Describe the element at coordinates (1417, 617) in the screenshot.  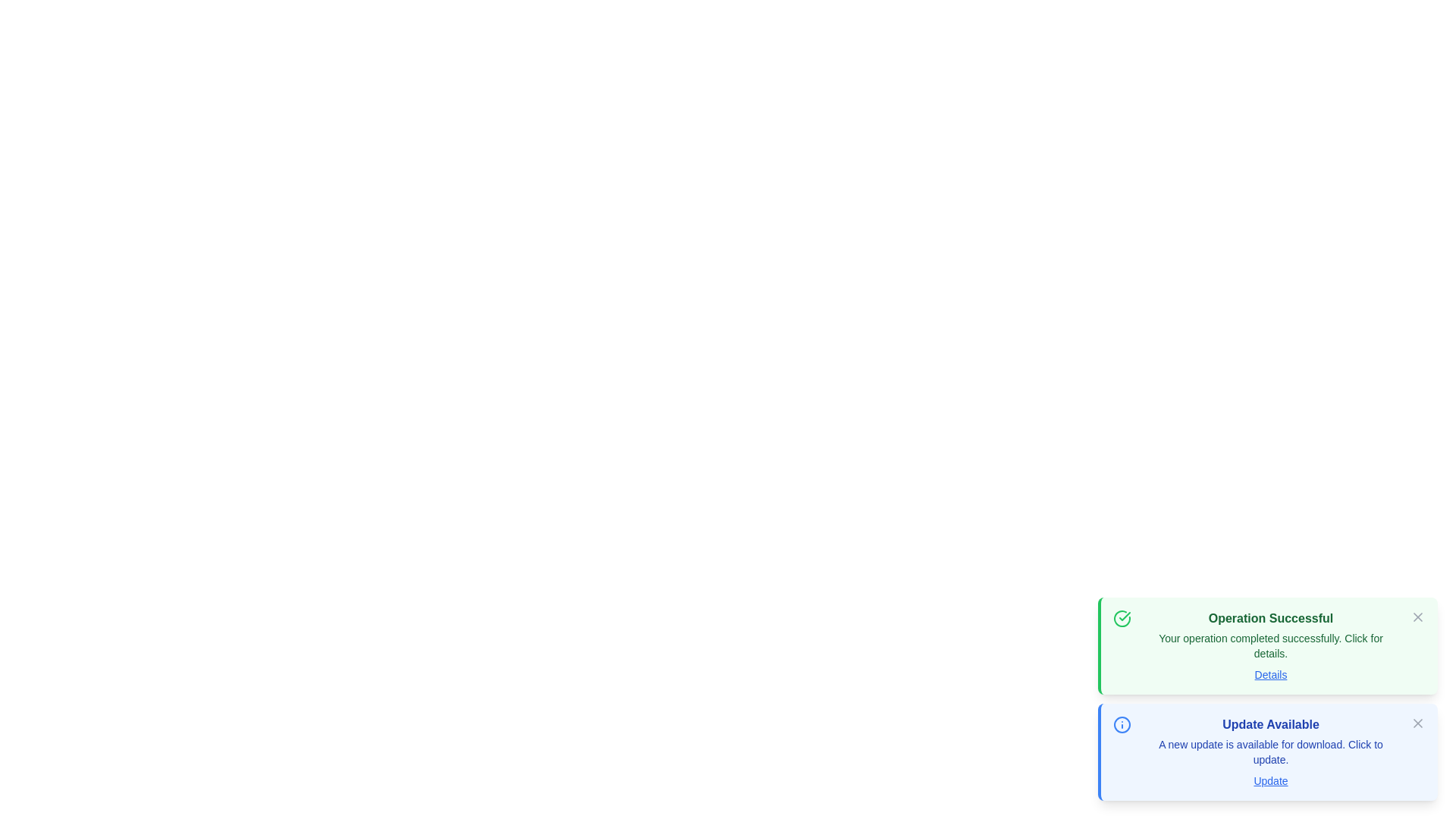
I see `the close icon located in the top-right corner of the green notification panel labeled 'Operation Successful'` at that location.